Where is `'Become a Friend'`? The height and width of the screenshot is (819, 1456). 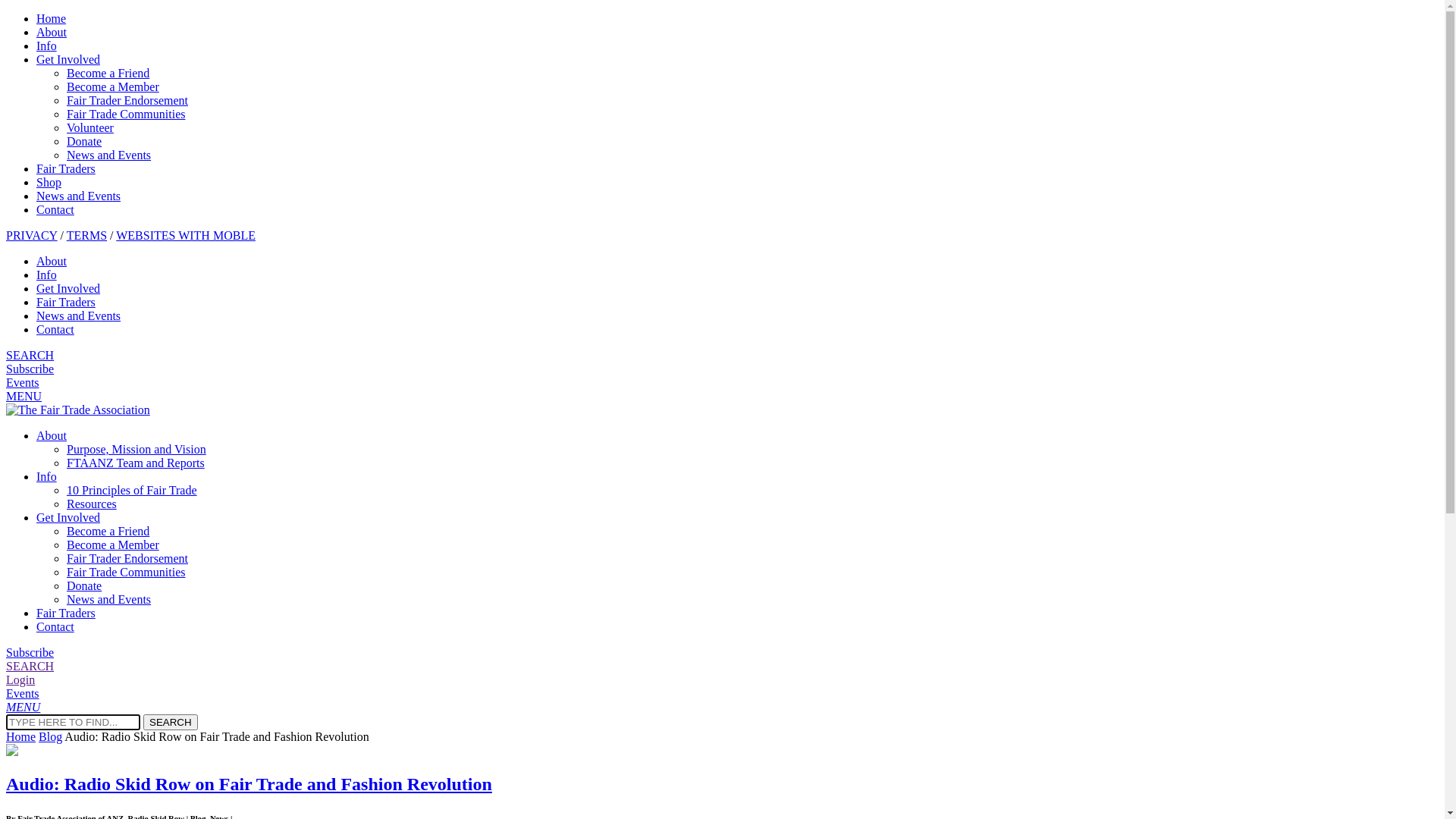
'Become a Friend' is located at coordinates (107, 530).